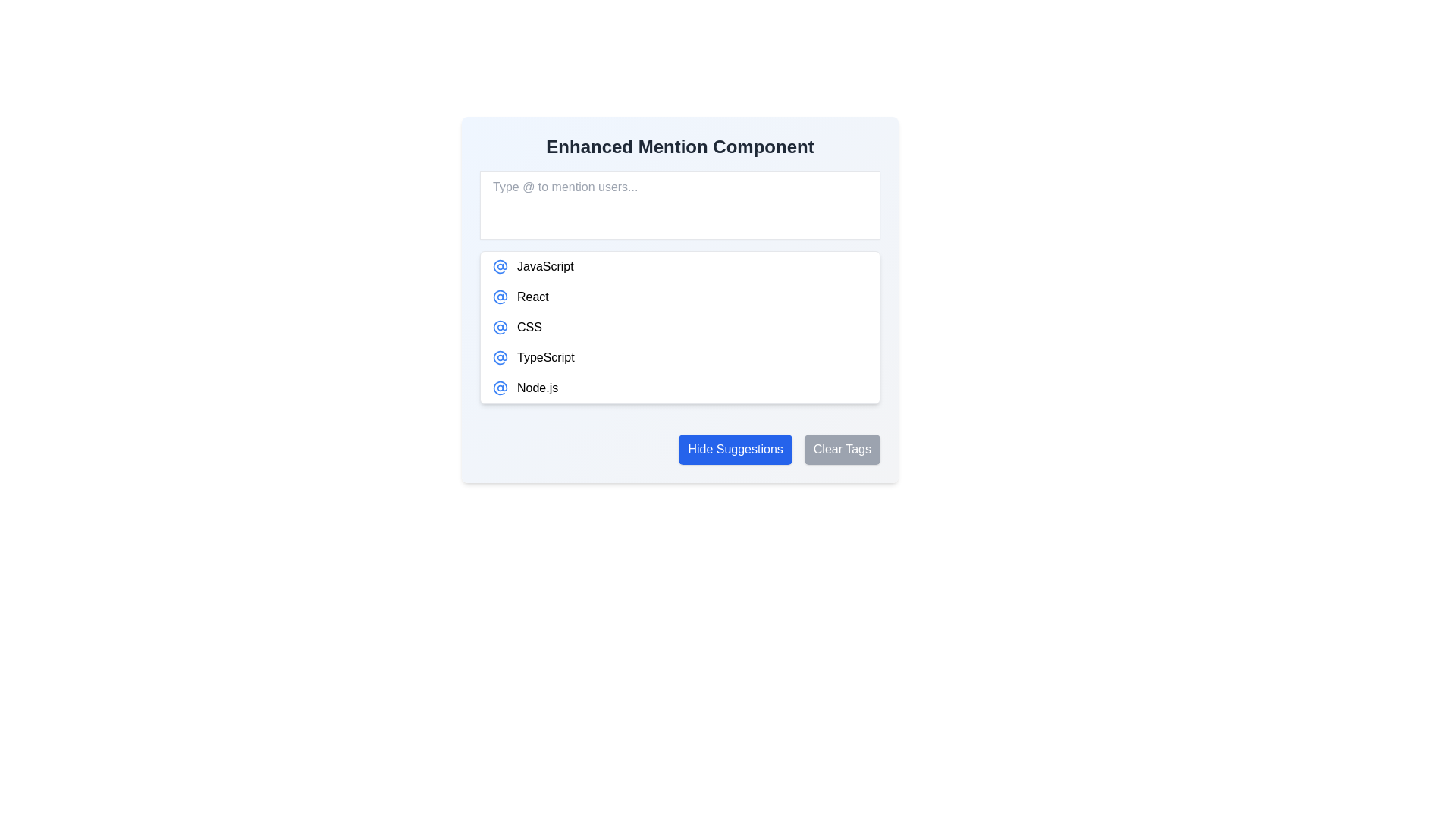 This screenshot has width=1456, height=819. What do you see at coordinates (841, 449) in the screenshot?
I see `the reset/clear tags button located at the bottom-right corner of the panel to observe a design change` at bounding box center [841, 449].